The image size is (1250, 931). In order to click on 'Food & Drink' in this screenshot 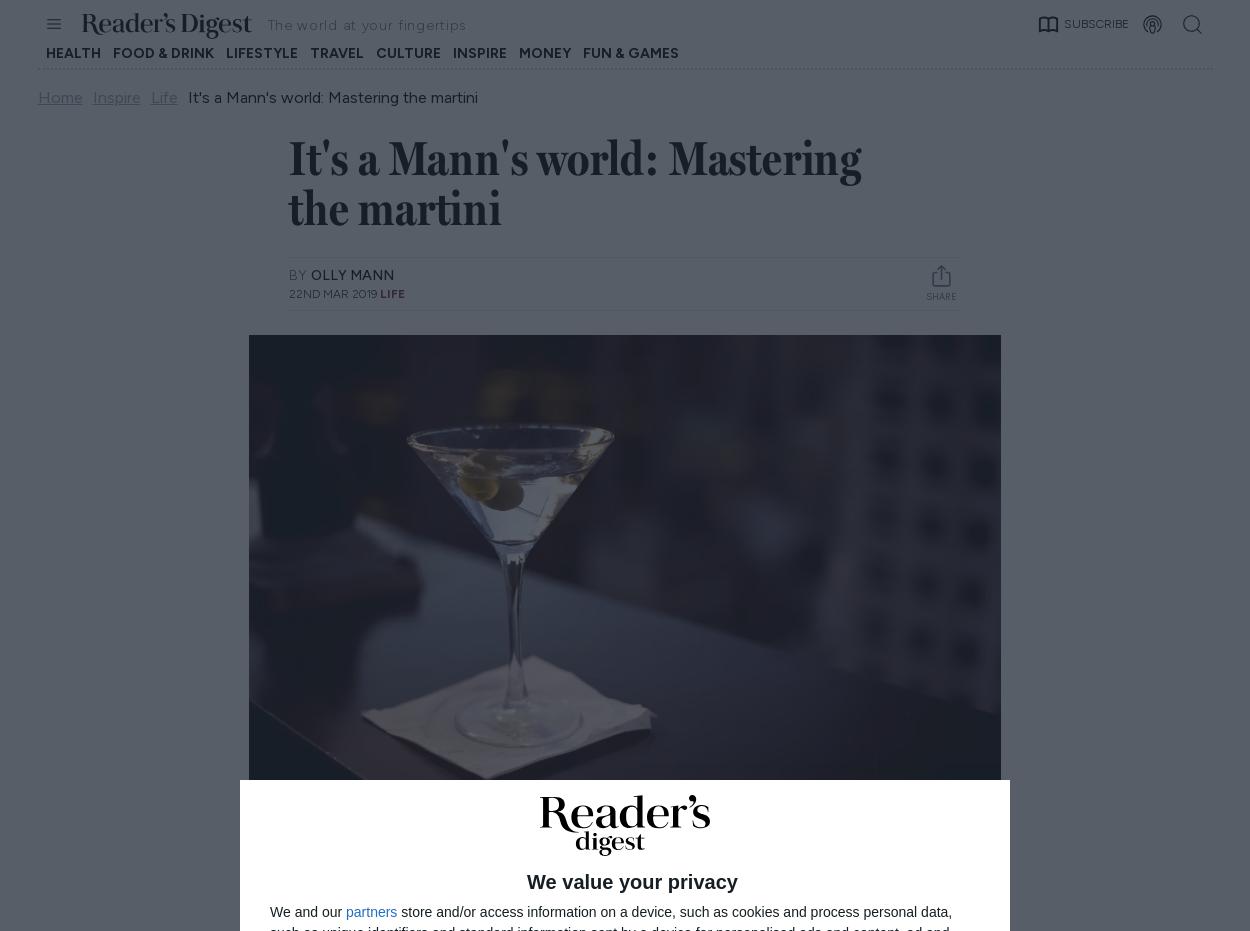, I will do `click(162, 52)`.